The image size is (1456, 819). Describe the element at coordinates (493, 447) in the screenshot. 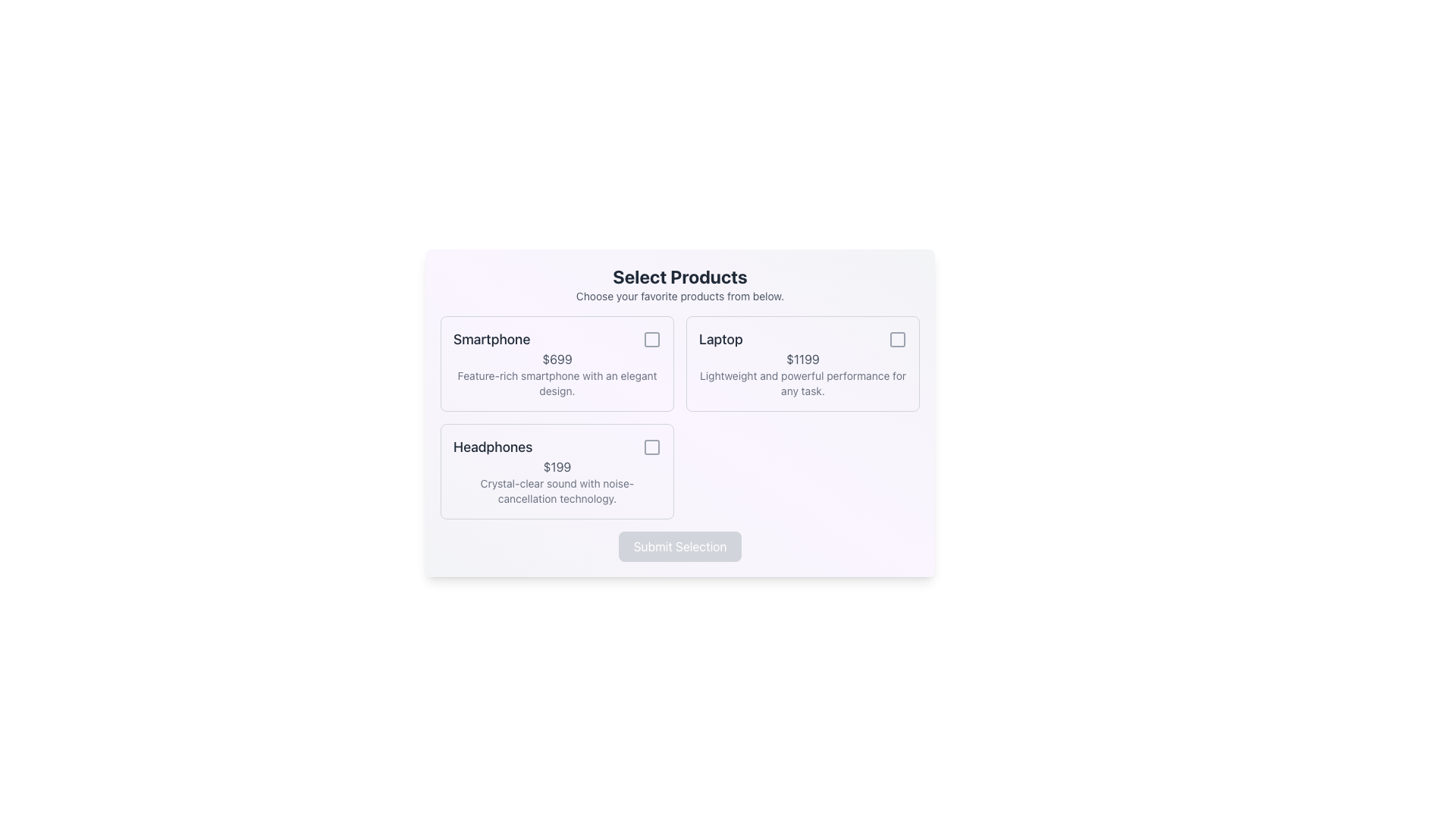

I see `the text label displaying 'Headphones' which is located in the lower-left section of the product selection interface, above the price of '$199'` at that location.